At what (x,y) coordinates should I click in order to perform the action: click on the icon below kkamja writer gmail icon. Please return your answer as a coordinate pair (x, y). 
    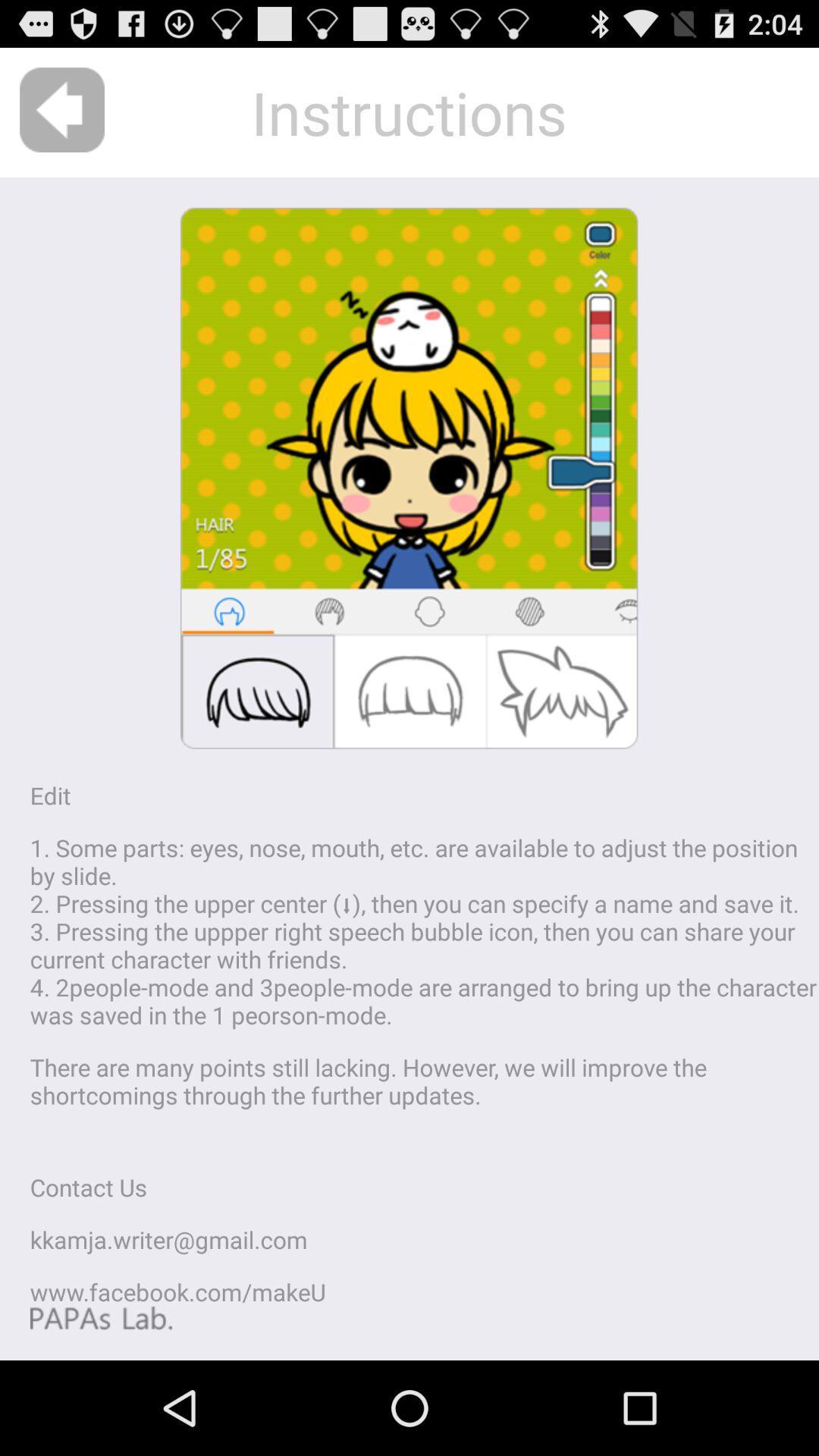
    Looking at the image, I should click on (177, 1291).